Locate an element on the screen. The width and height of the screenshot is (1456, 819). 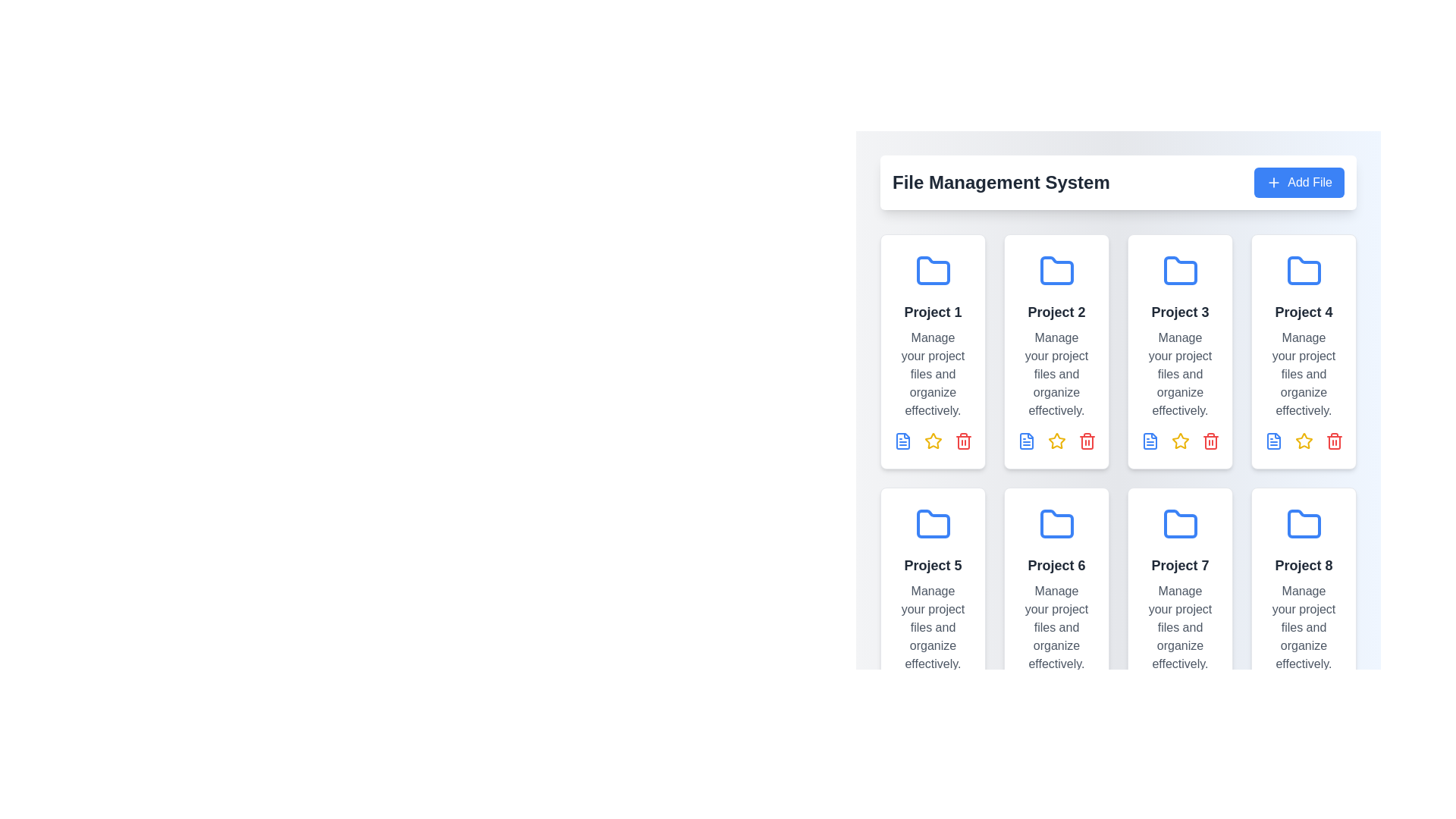
the blue circular button with a white plus sign located within the 'Add File' button on the right-hand side of the interface is located at coordinates (1274, 181).